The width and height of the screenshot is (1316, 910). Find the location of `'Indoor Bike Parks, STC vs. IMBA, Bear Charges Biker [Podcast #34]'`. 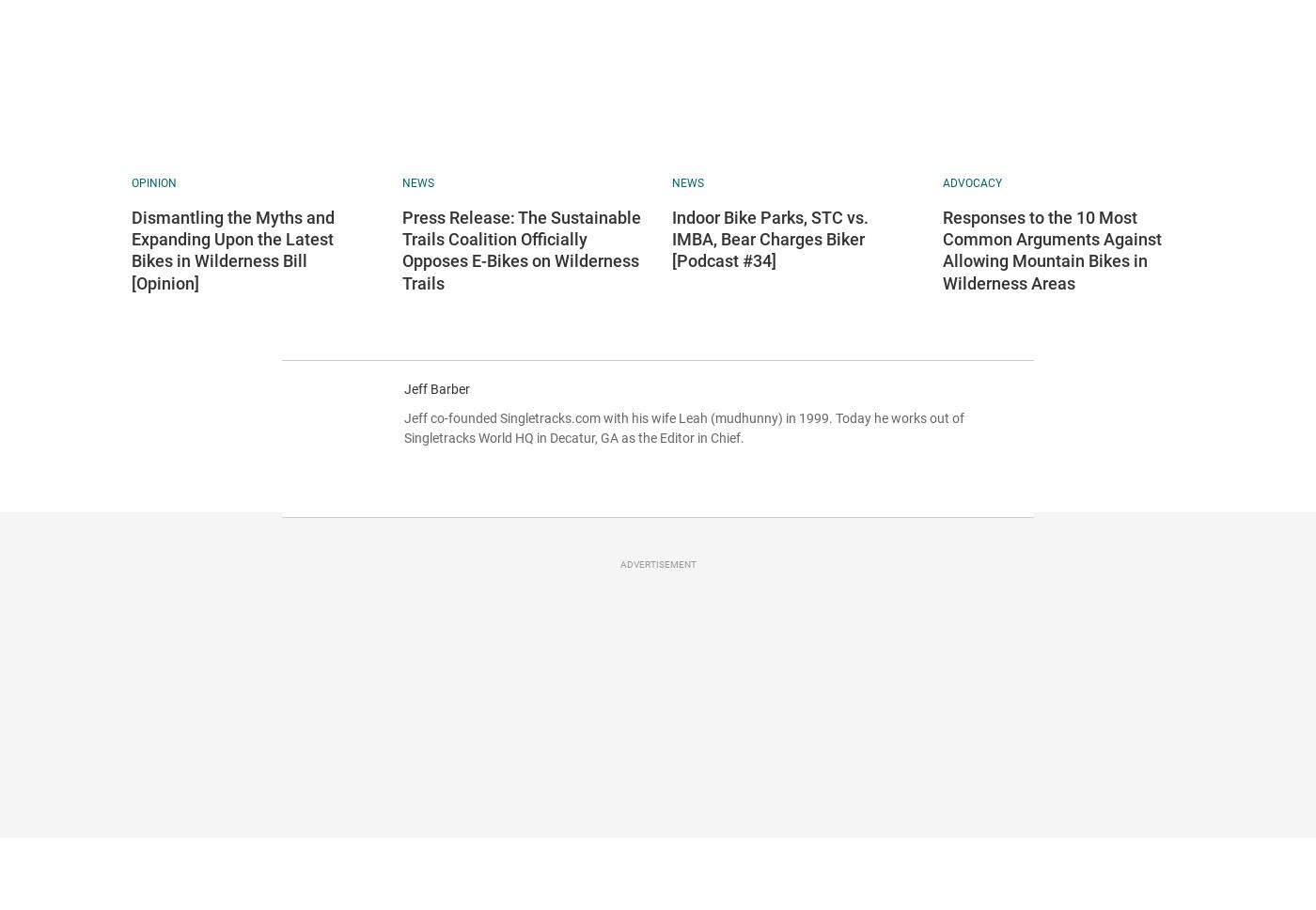

'Indoor Bike Parks, STC vs. IMBA, Bear Charges Biker [Podcast #34]' is located at coordinates (770, 239).